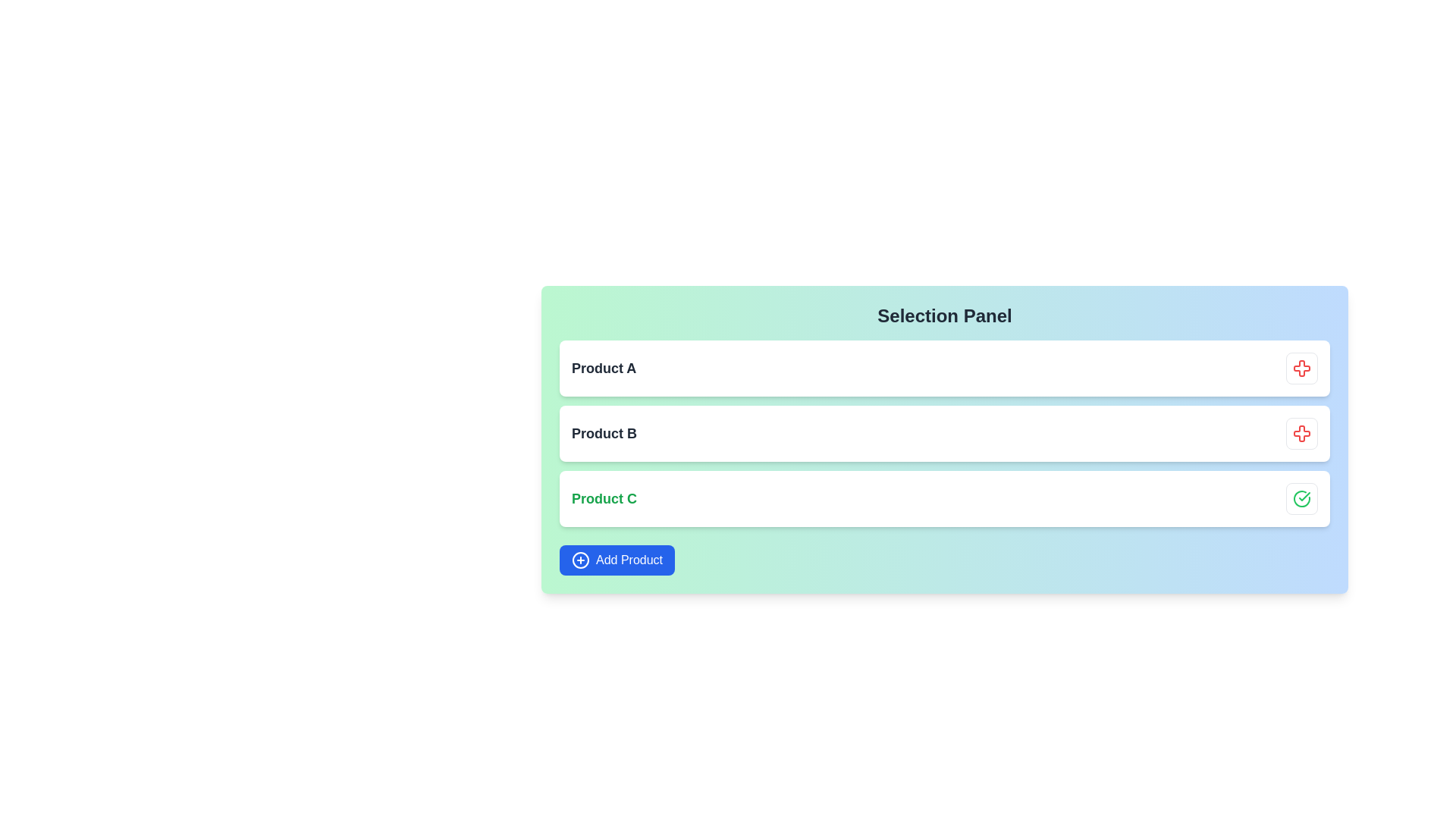  I want to click on the Text Label displaying 'Product C' in a green bold font, located in the third row of the list-like structure, so click(603, 499).